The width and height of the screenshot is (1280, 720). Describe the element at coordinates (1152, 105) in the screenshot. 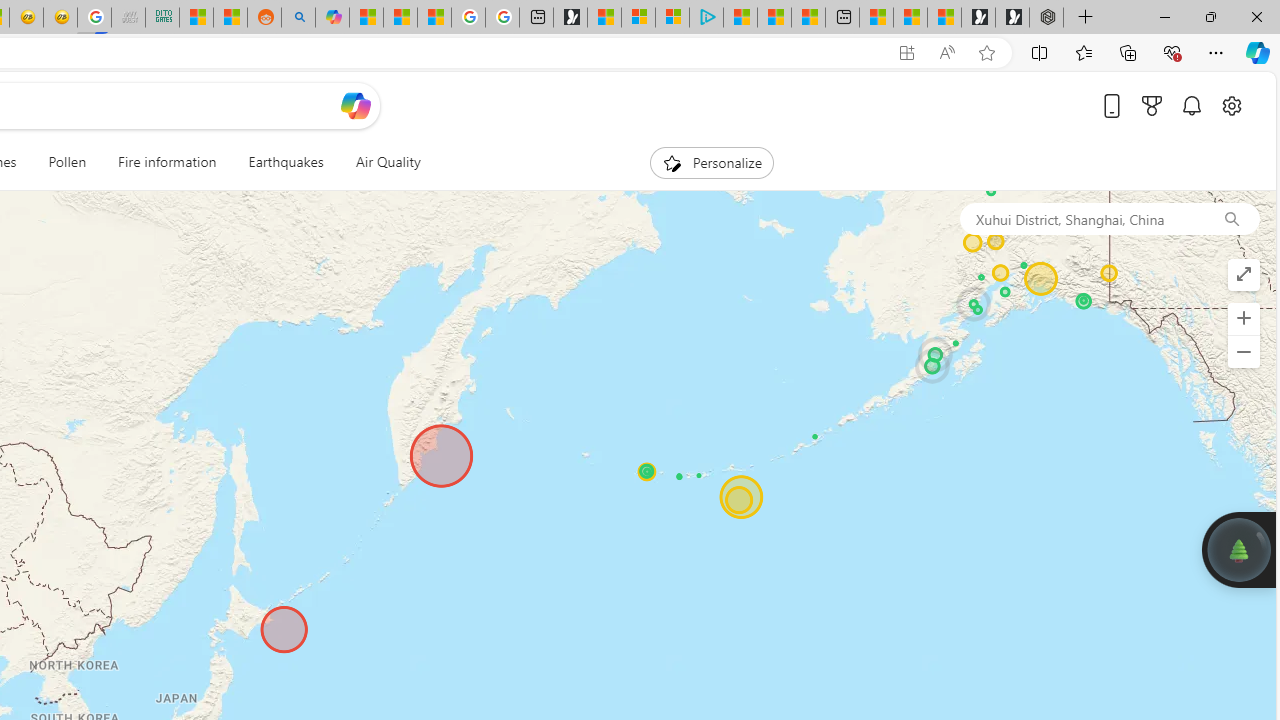

I see `'Microsoft rewards'` at that location.